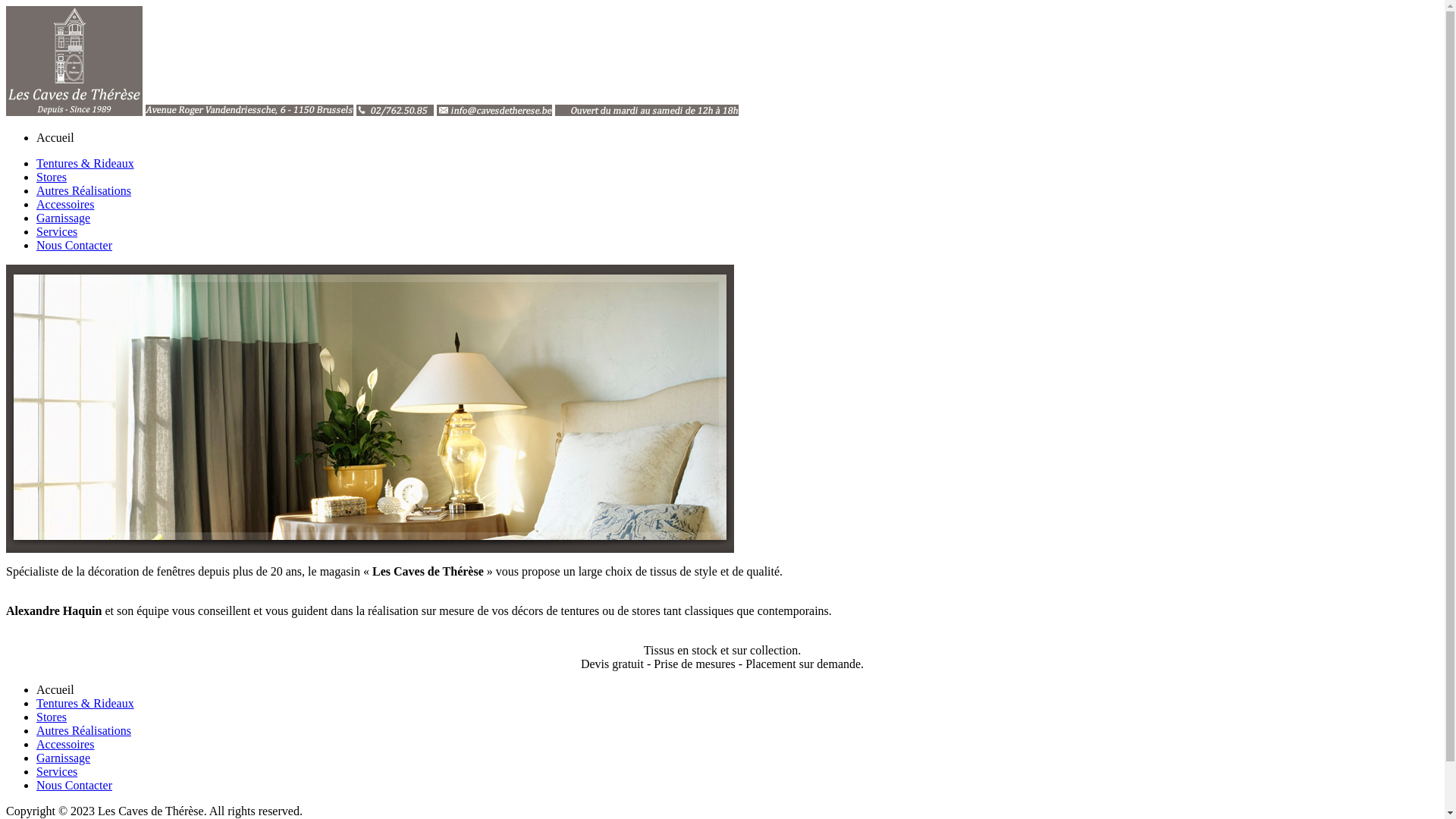  What do you see at coordinates (51, 176) in the screenshot?
I see `'Stores'` at bounding box center [51, 176].